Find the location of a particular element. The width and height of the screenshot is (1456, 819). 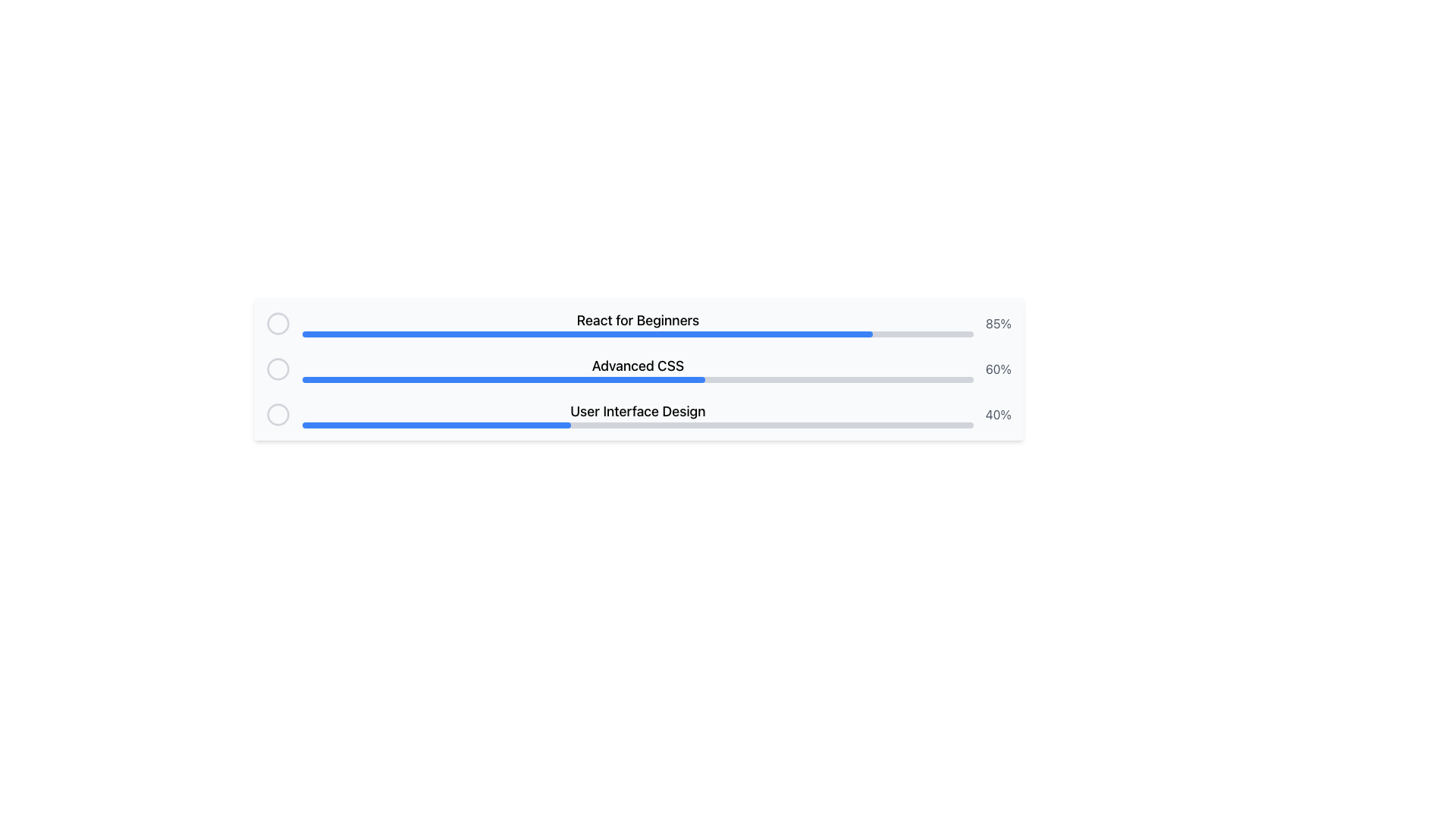

the 'Advanced CSS' text label element, which is styled in a medium-sized bold font and is centrally located in a vertically arranged list is located at coordinates (638, 366).